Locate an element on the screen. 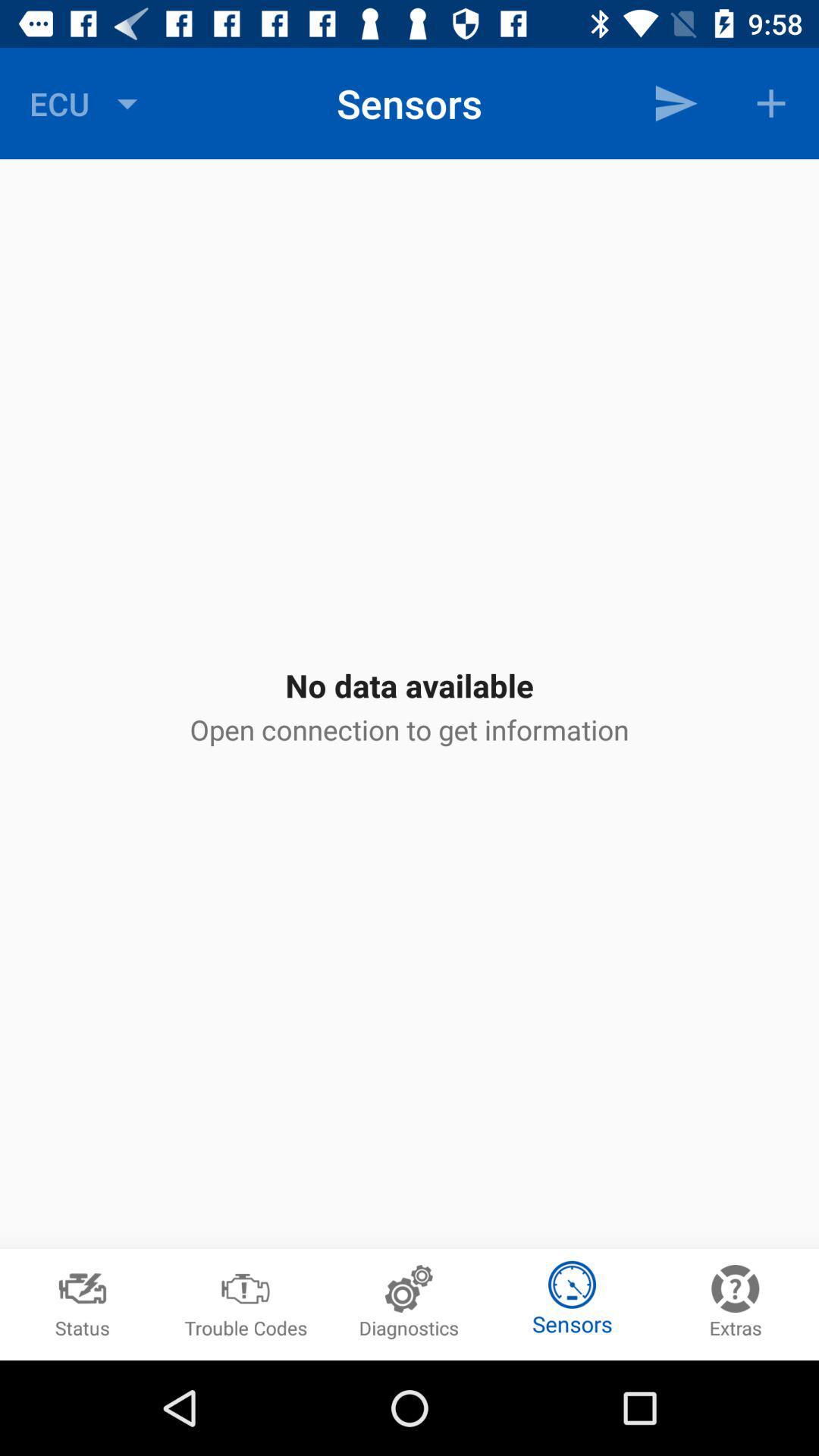 This screenshot has width=819, height=1456. item to the right of sensors item is located at coordinates (675, 102).